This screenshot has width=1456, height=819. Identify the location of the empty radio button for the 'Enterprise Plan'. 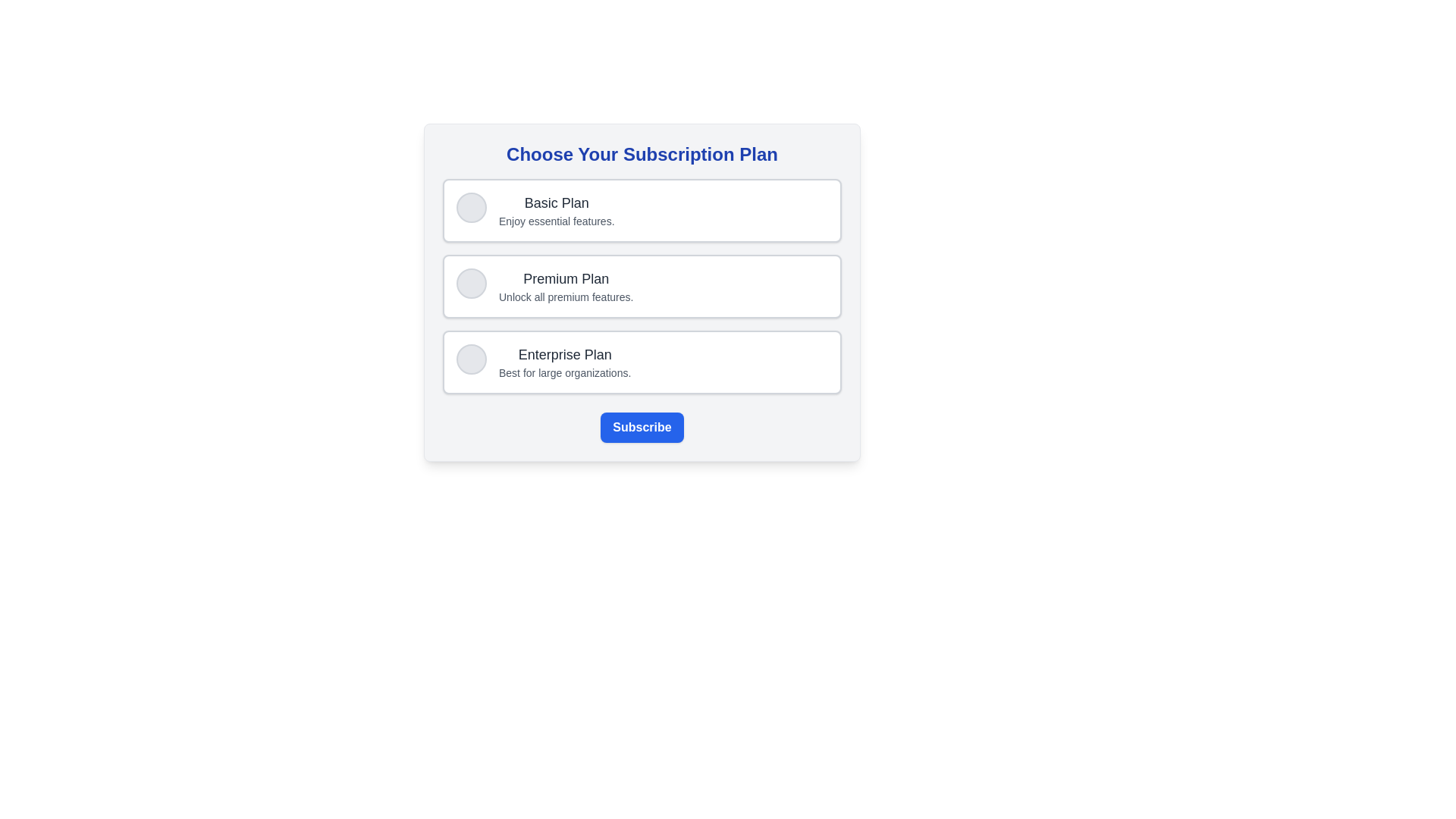
(471, 359).